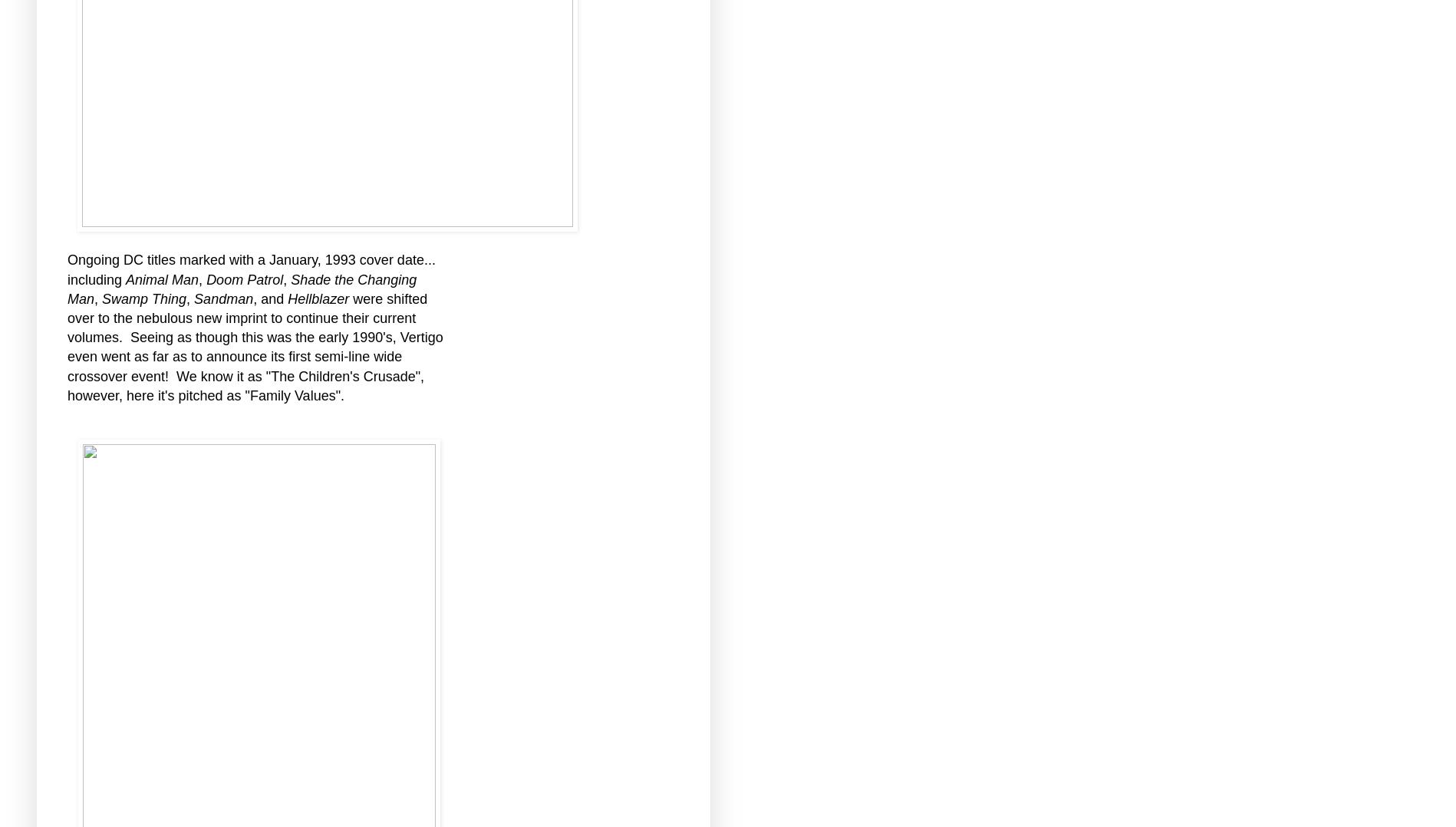 Image resolution: width=1456 pixels, height=827 pixels. What do you see at coordinates (143, 298) in the screenshot?
I see `'Swamp Thing'` at bounding box center [143, 298].